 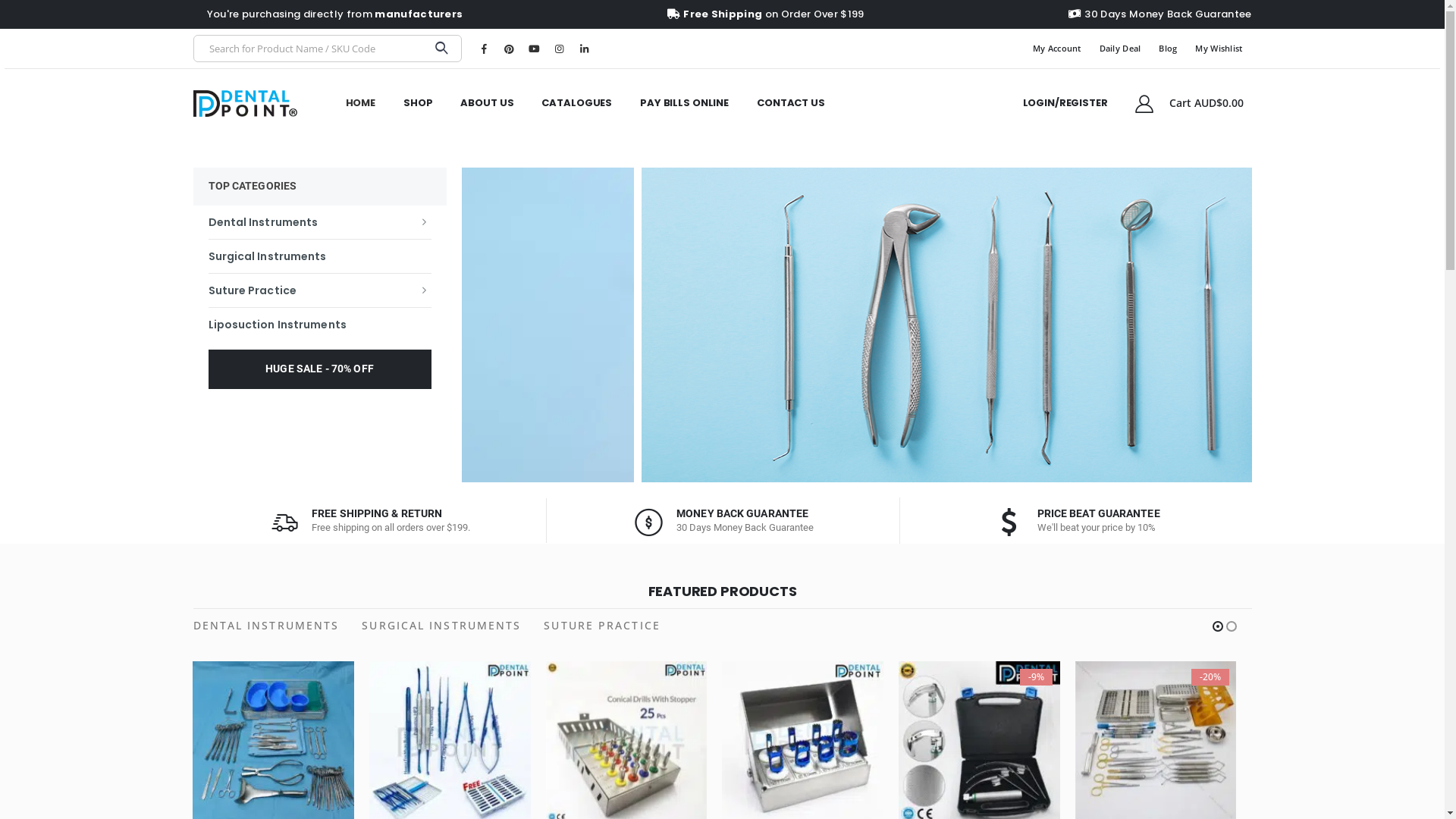 I want to click on 'Dental Instruments', so click(x=318, y=221).